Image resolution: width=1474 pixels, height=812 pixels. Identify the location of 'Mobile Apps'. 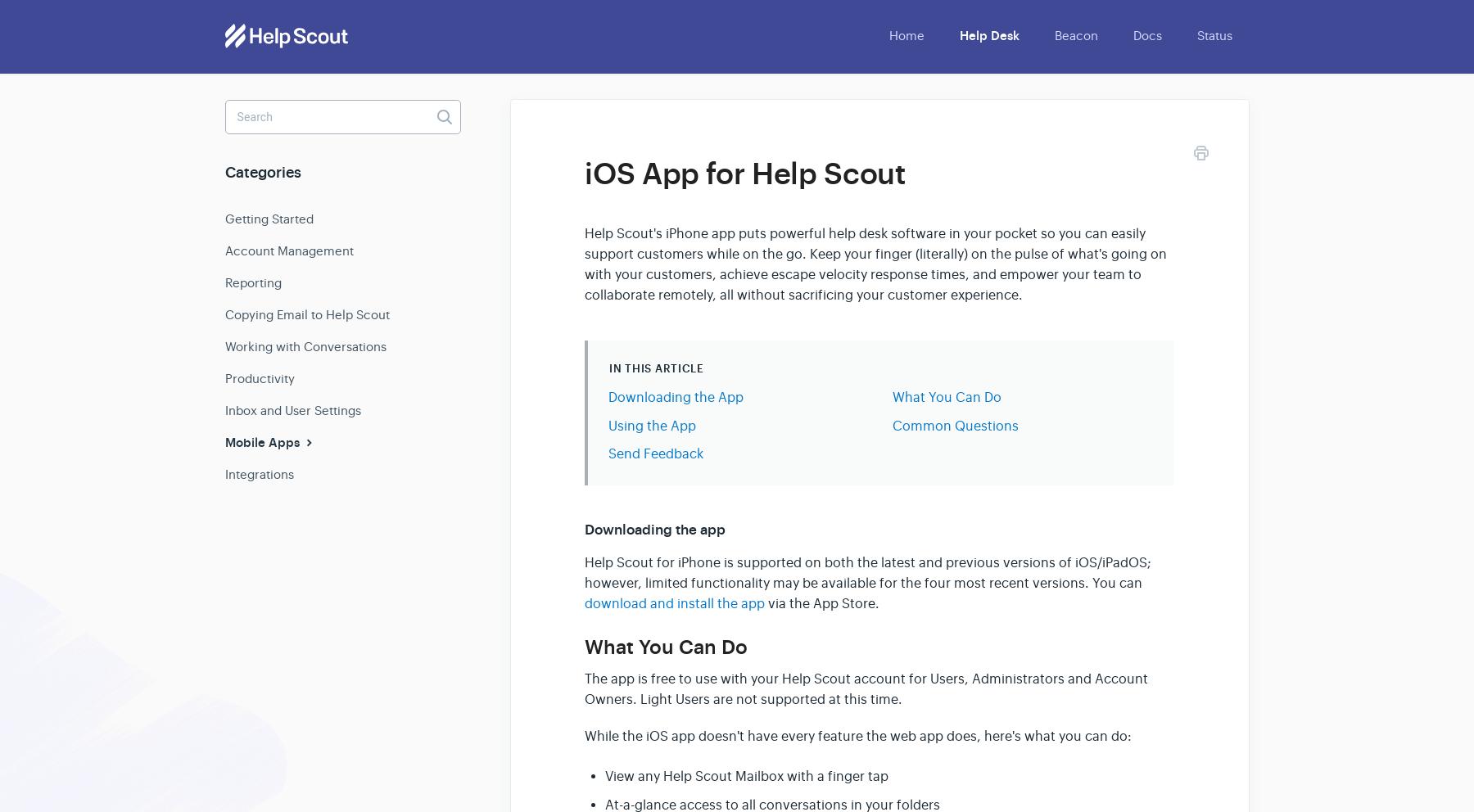
(263, 443).